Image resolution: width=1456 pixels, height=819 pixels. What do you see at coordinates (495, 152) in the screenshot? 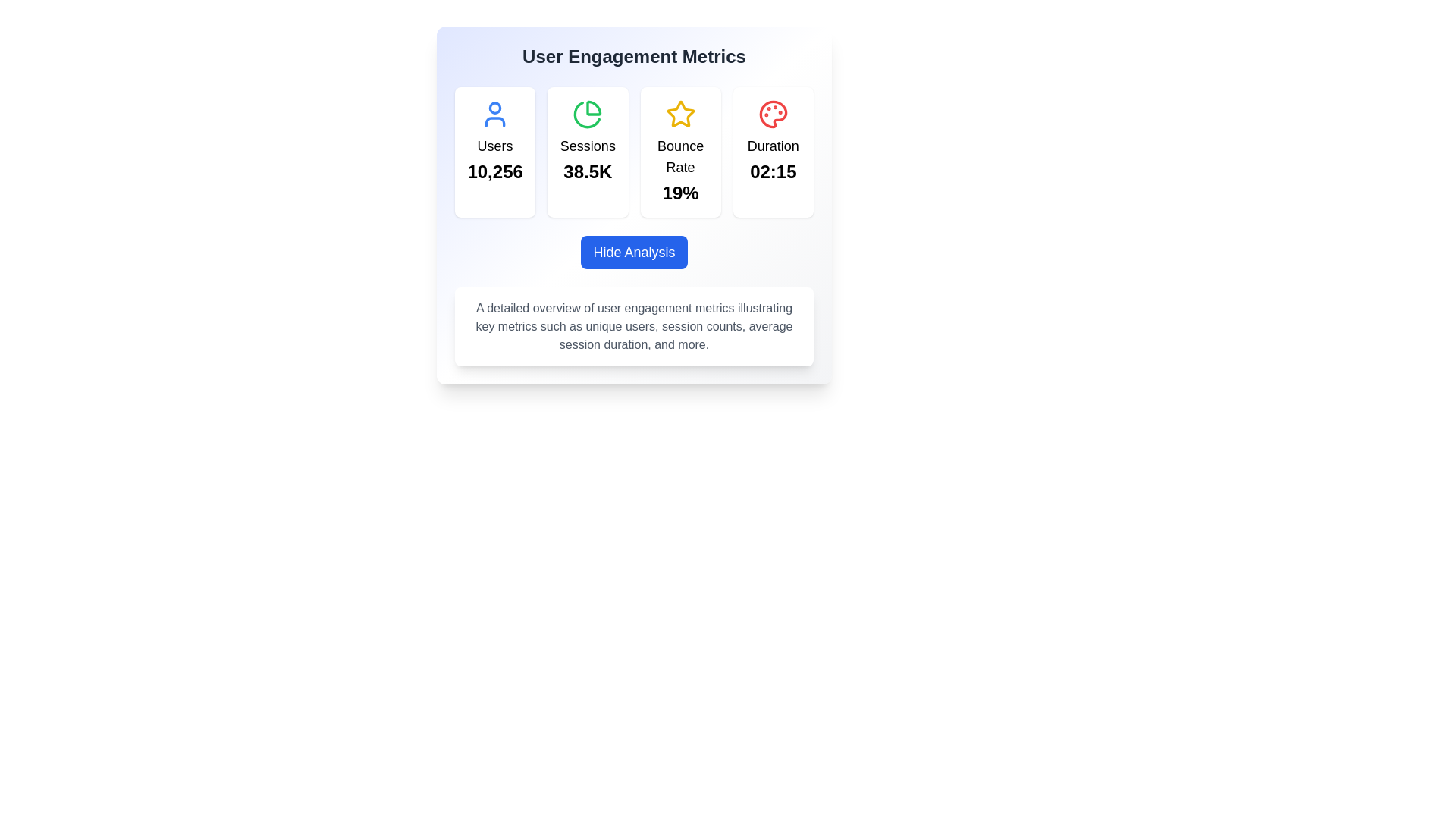
I see `the displayed information on the Informational card that shows the user count, which features a blue circular user icon at the top` at bounding box center [495, 152].